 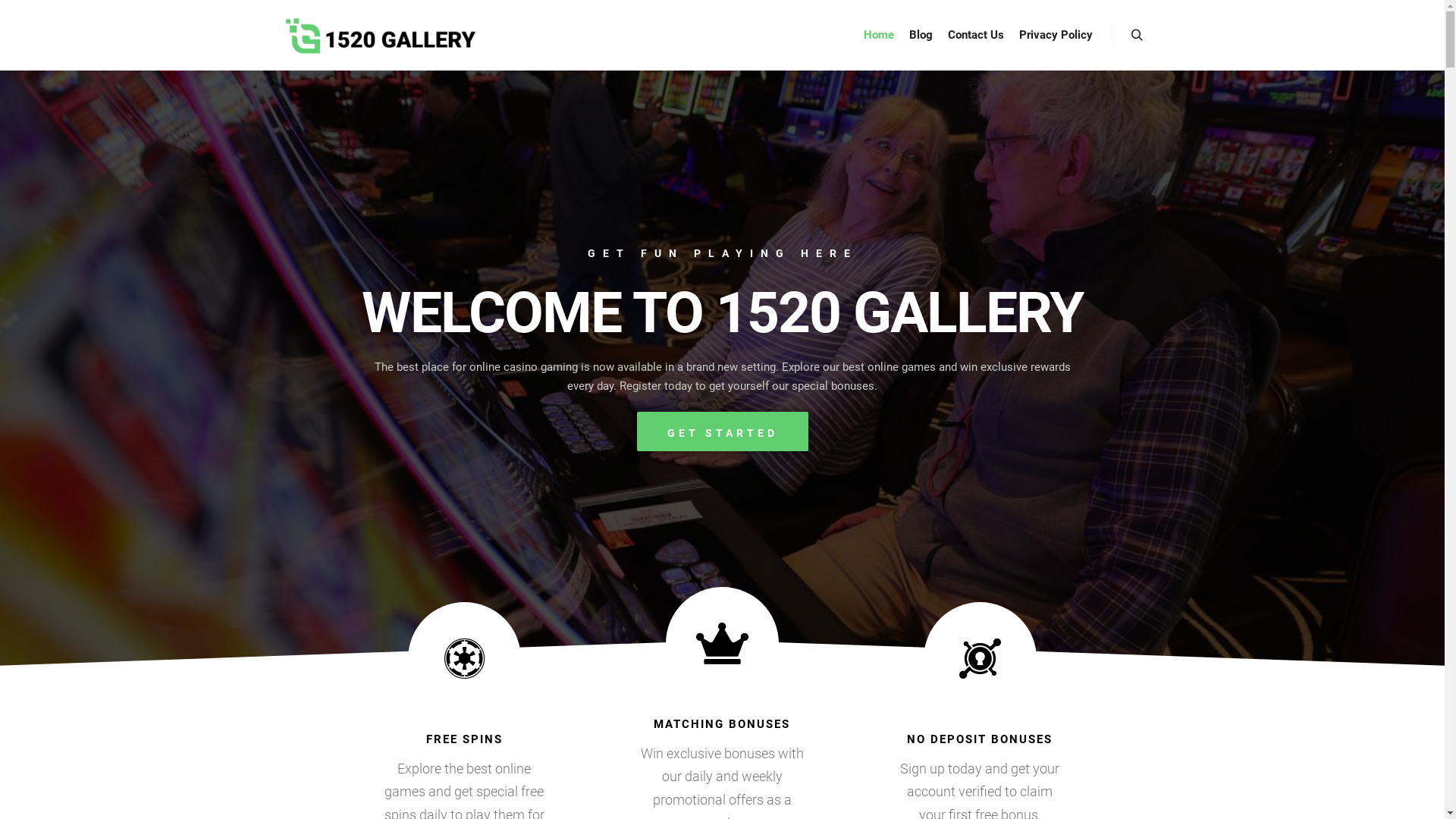 I want to click on 'Search', so click(x=1137, y=34).